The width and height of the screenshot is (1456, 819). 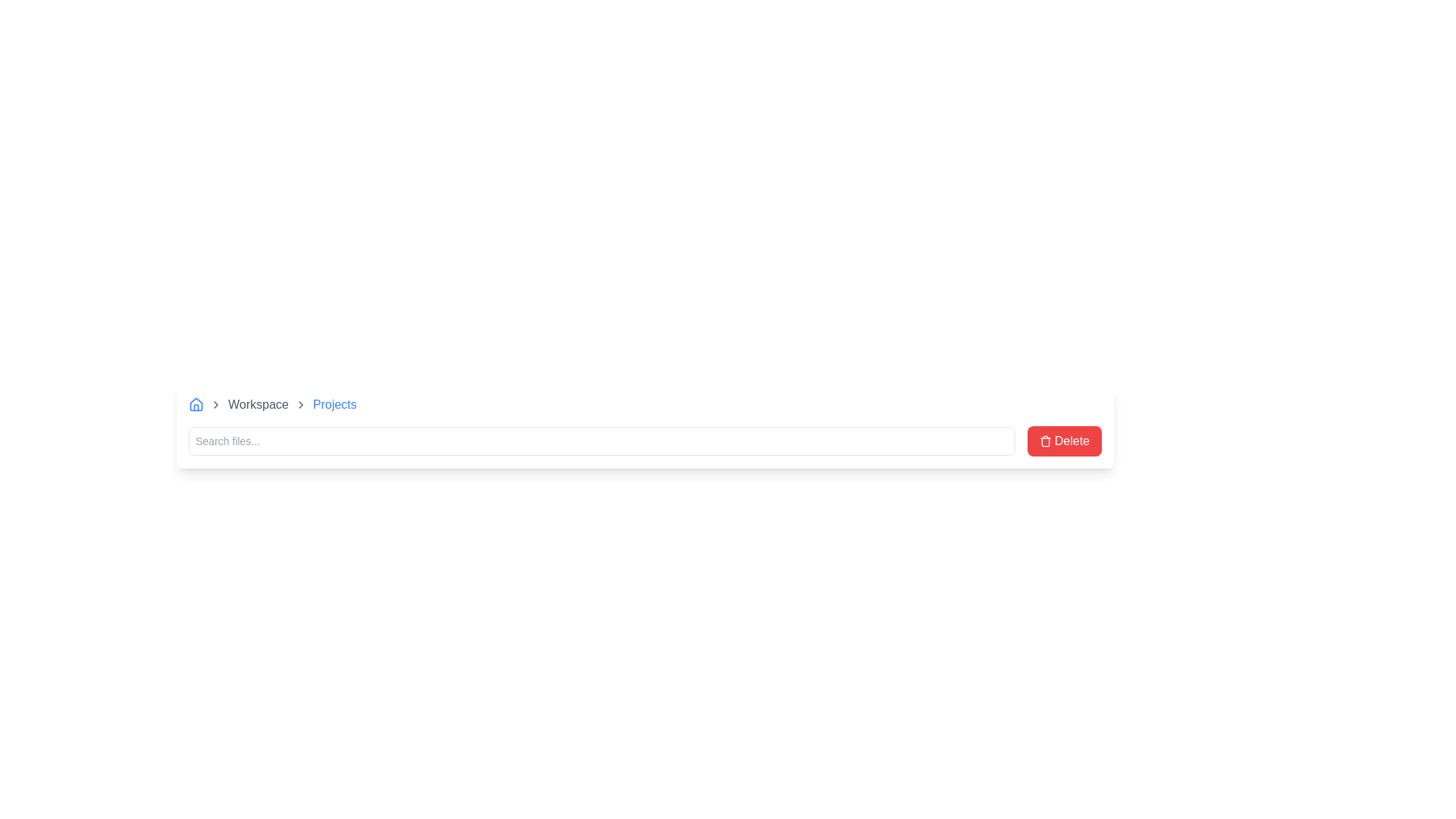 I want to click on the text element displaying 'Workspace' in the breadcrumb navigation to change its color from gray to blue, so click(x=258, y=403).